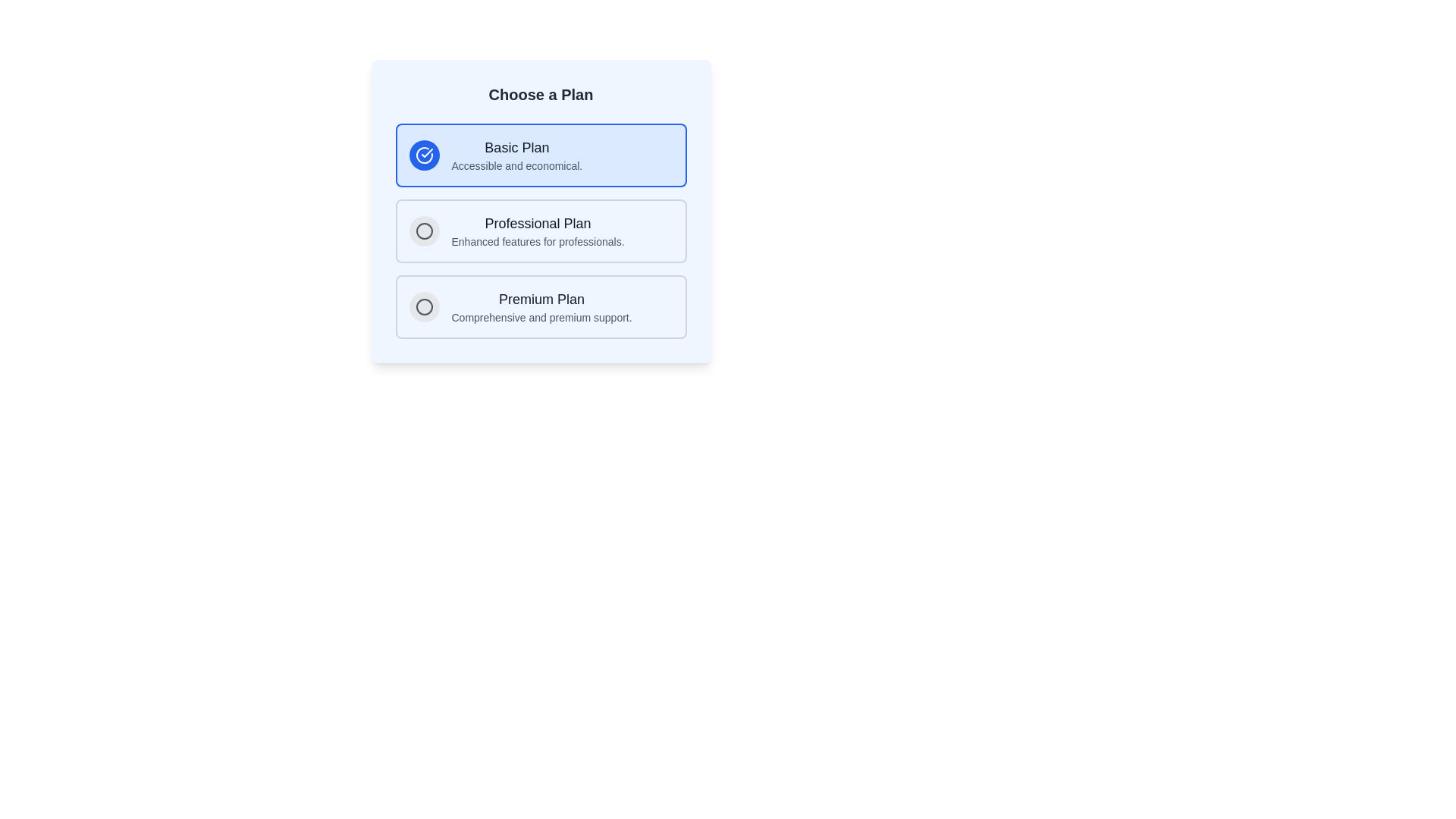 This screenshot has height=819, width=1456. Describe the element at coordinates (541, 155) in the screenshot. I see `the first selectable button labeled 'Basic Plan' in the 'Choose a Plan' card interface` at that location.